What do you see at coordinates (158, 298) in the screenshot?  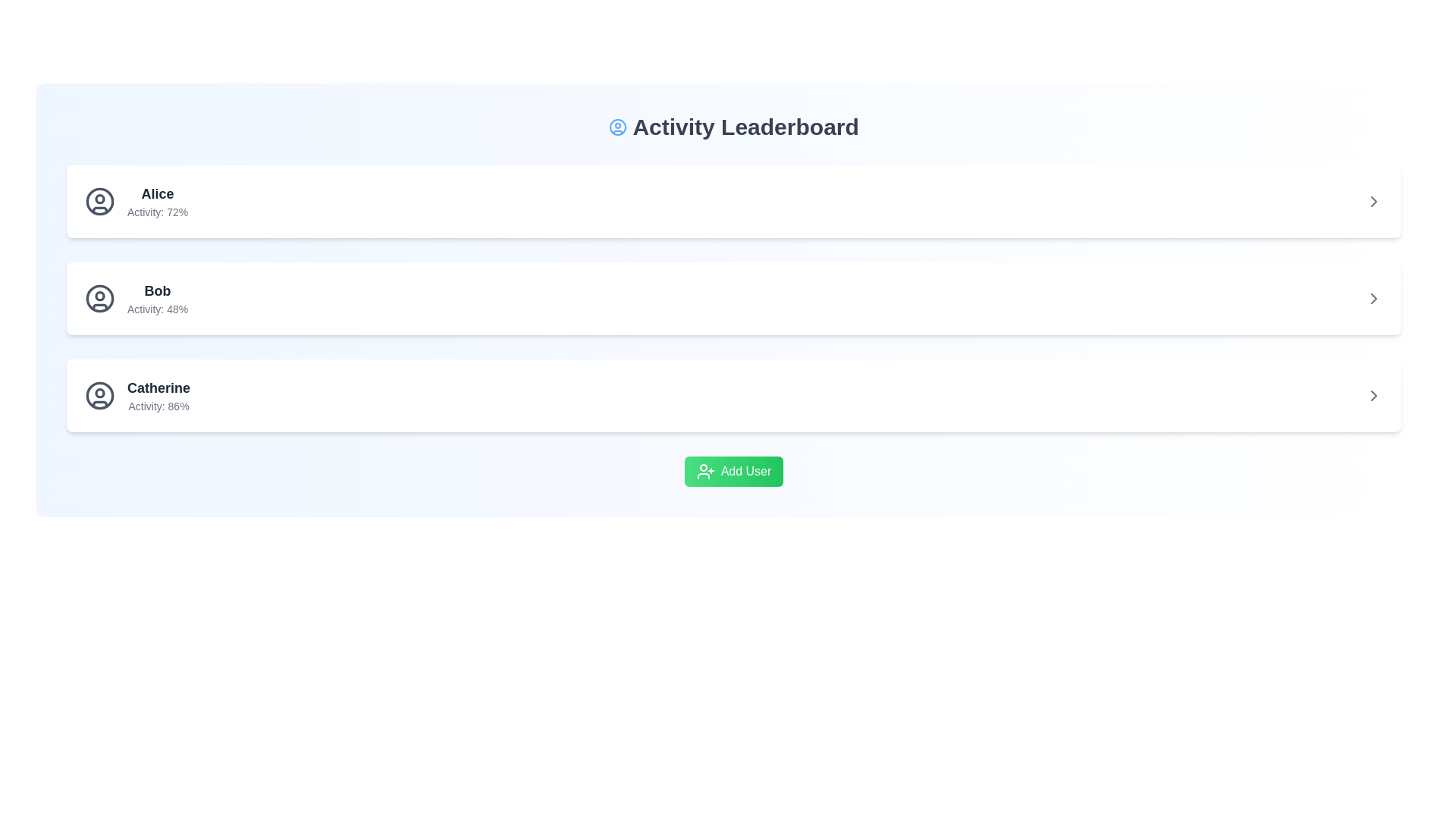 I see `the Text display element that shows the individual's name 'Bob' and their activity percentage '48%' in the Activity Leaderboard interface, located in the second row of user entries` at bounding box center [158, 298].